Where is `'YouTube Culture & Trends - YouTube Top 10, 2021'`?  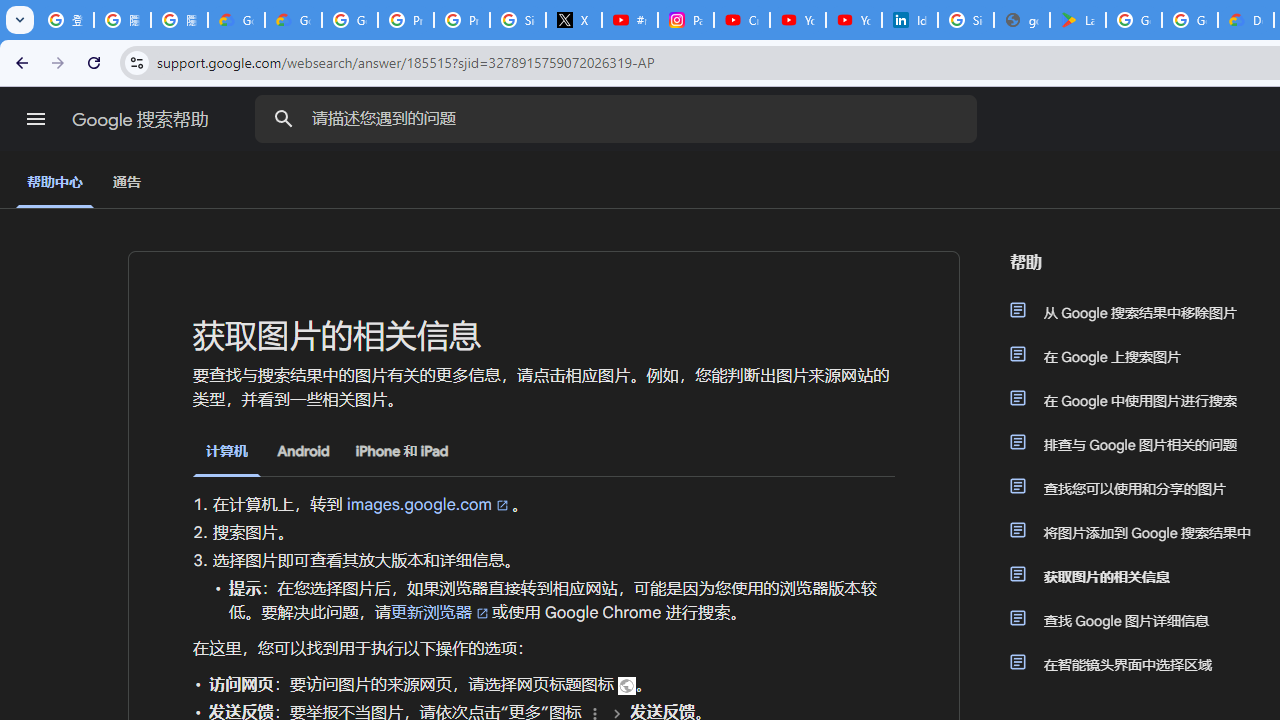 'YouTube Culture & Trends - YouTube Top 10, 2021' is located at coordinates (853, 20).